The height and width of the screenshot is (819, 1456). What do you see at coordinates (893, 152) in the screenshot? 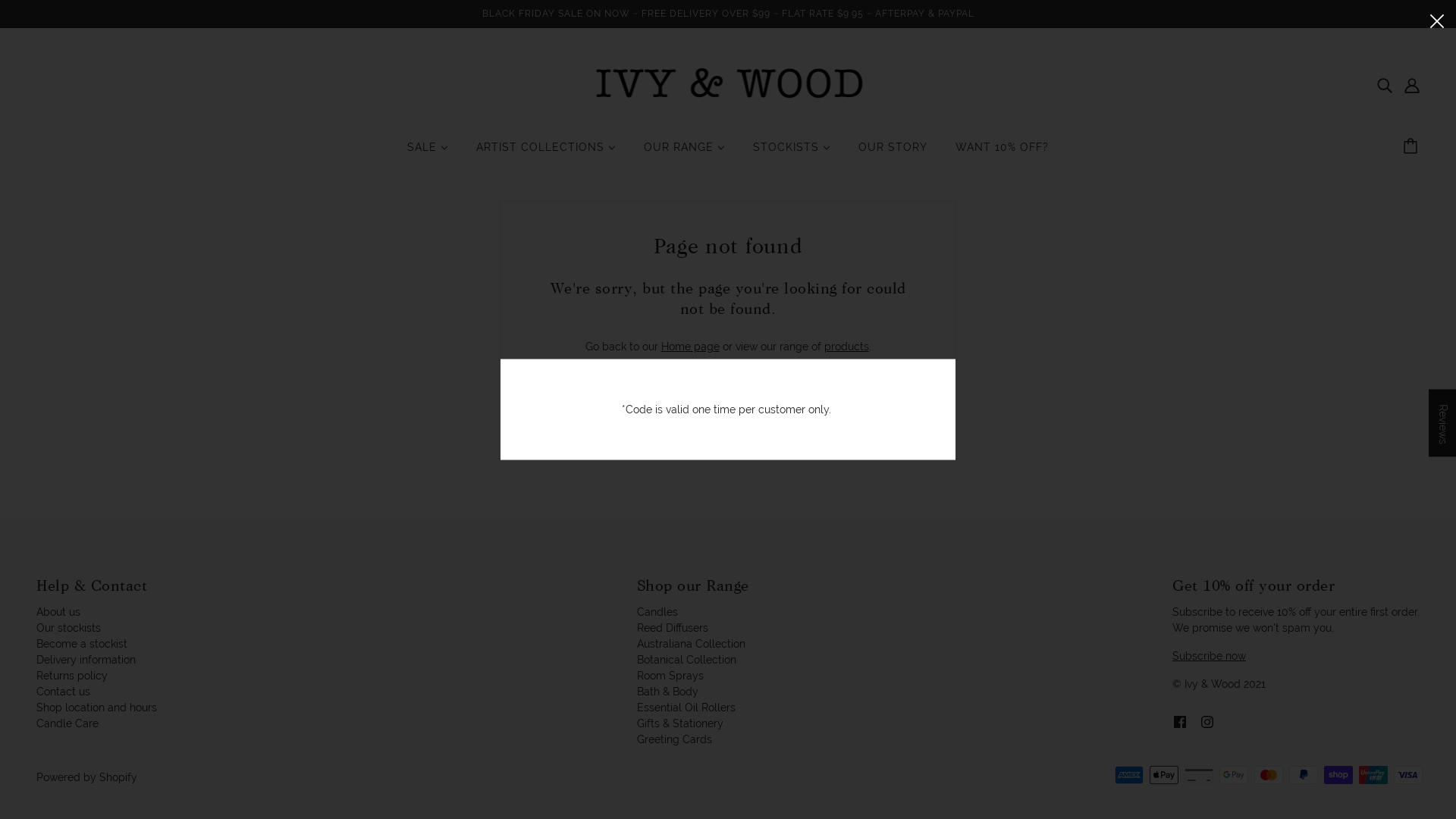
I see `'OUR STORY'` at bounding box center [893, 152].